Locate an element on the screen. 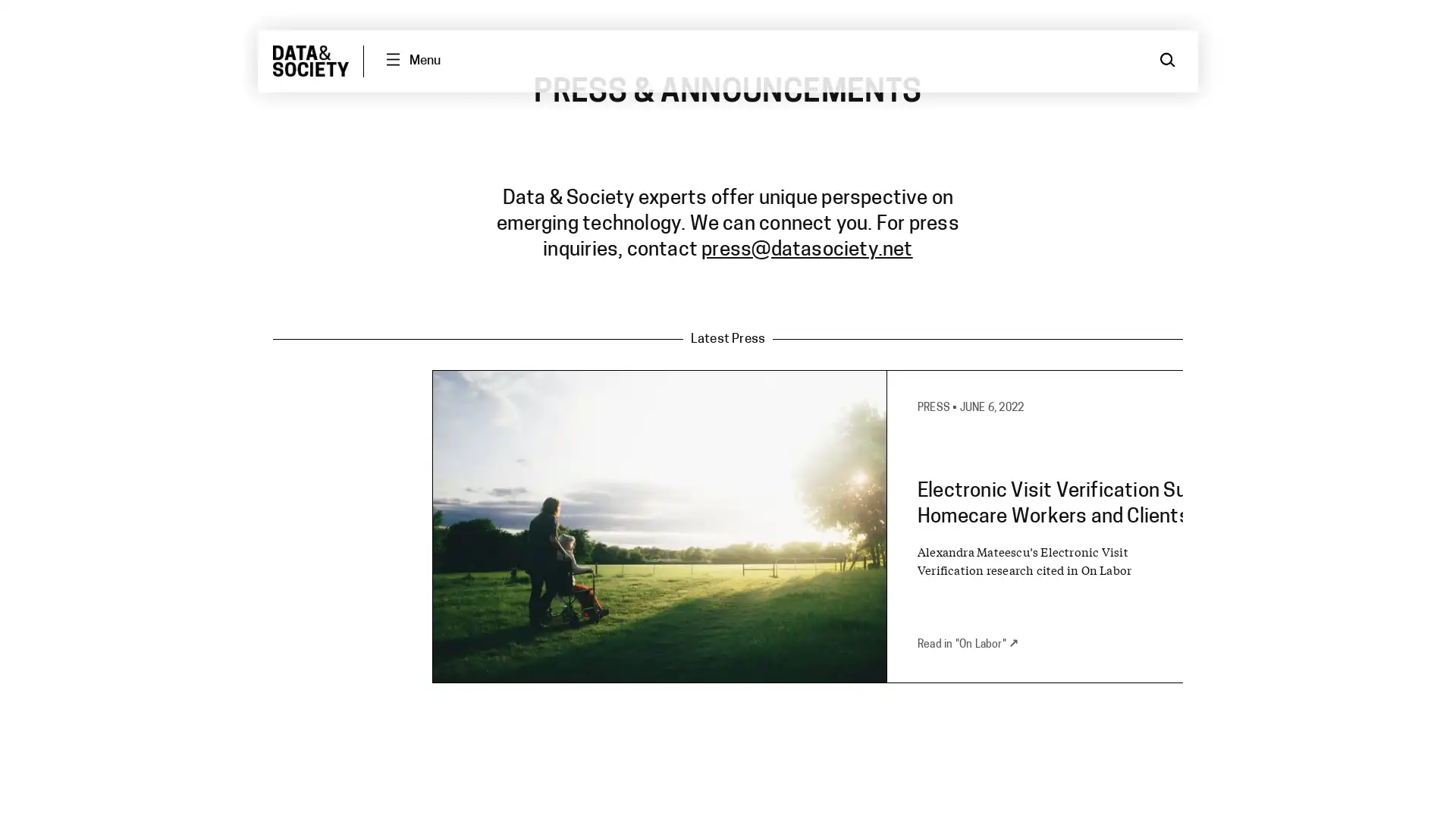 The width and height of the screenshot is (1456, 819). Search is located at coordinates (1167, 60).